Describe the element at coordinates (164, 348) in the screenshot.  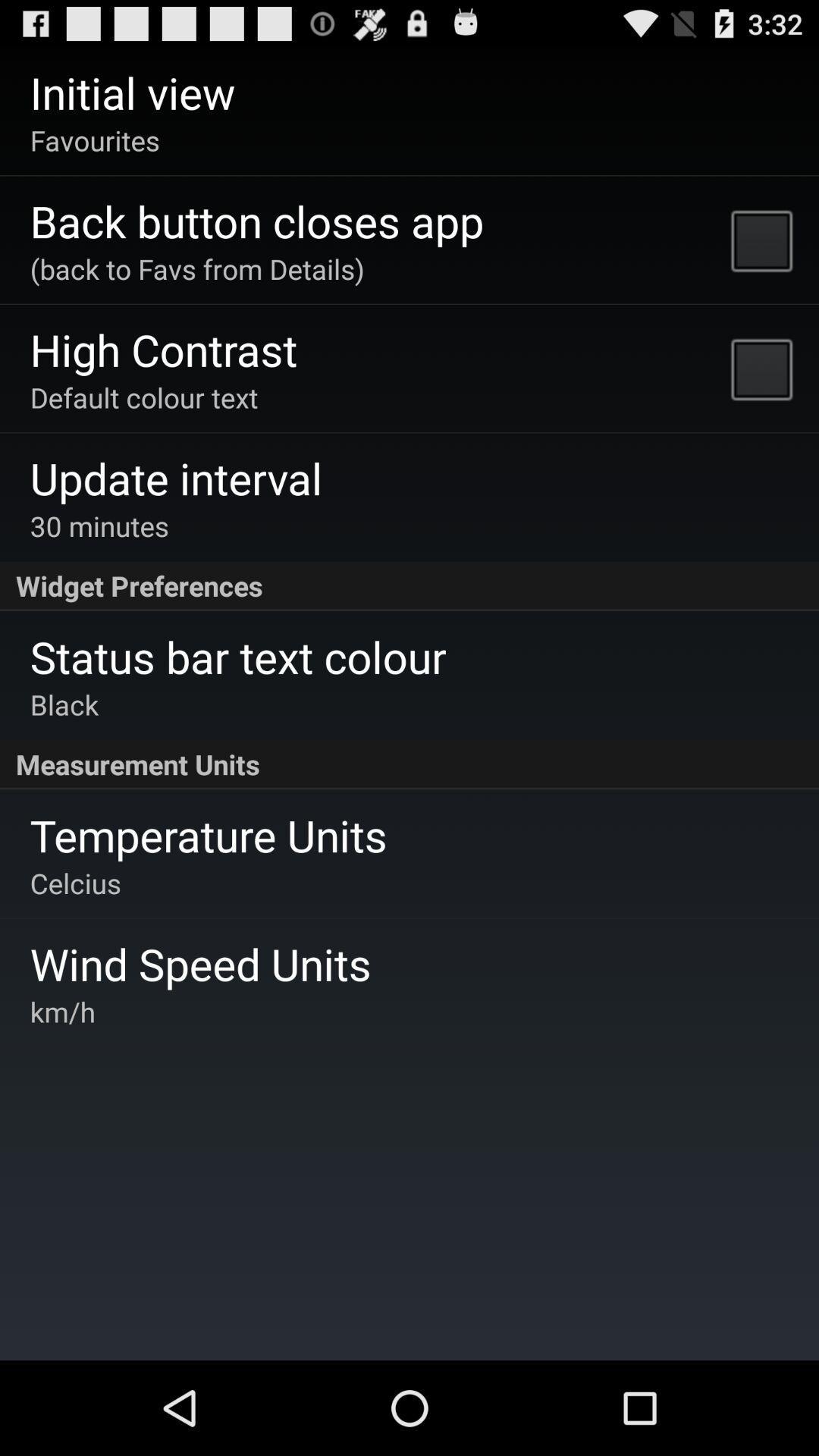
I see `the item above default colour text item` at that location.